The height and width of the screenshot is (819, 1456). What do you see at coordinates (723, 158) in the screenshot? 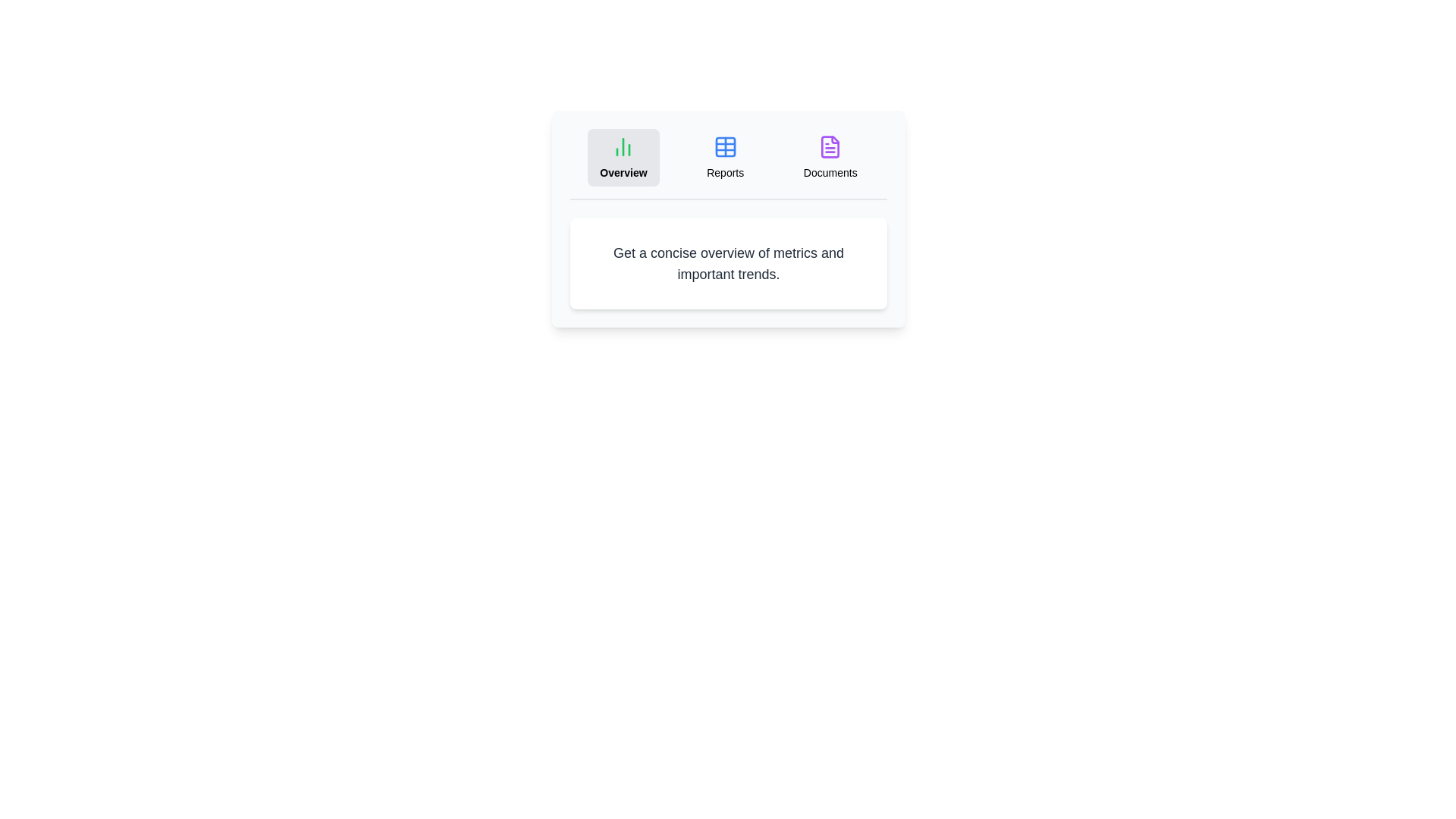
I see `the Reports tab to view its content` at bounding box center [723, 158].